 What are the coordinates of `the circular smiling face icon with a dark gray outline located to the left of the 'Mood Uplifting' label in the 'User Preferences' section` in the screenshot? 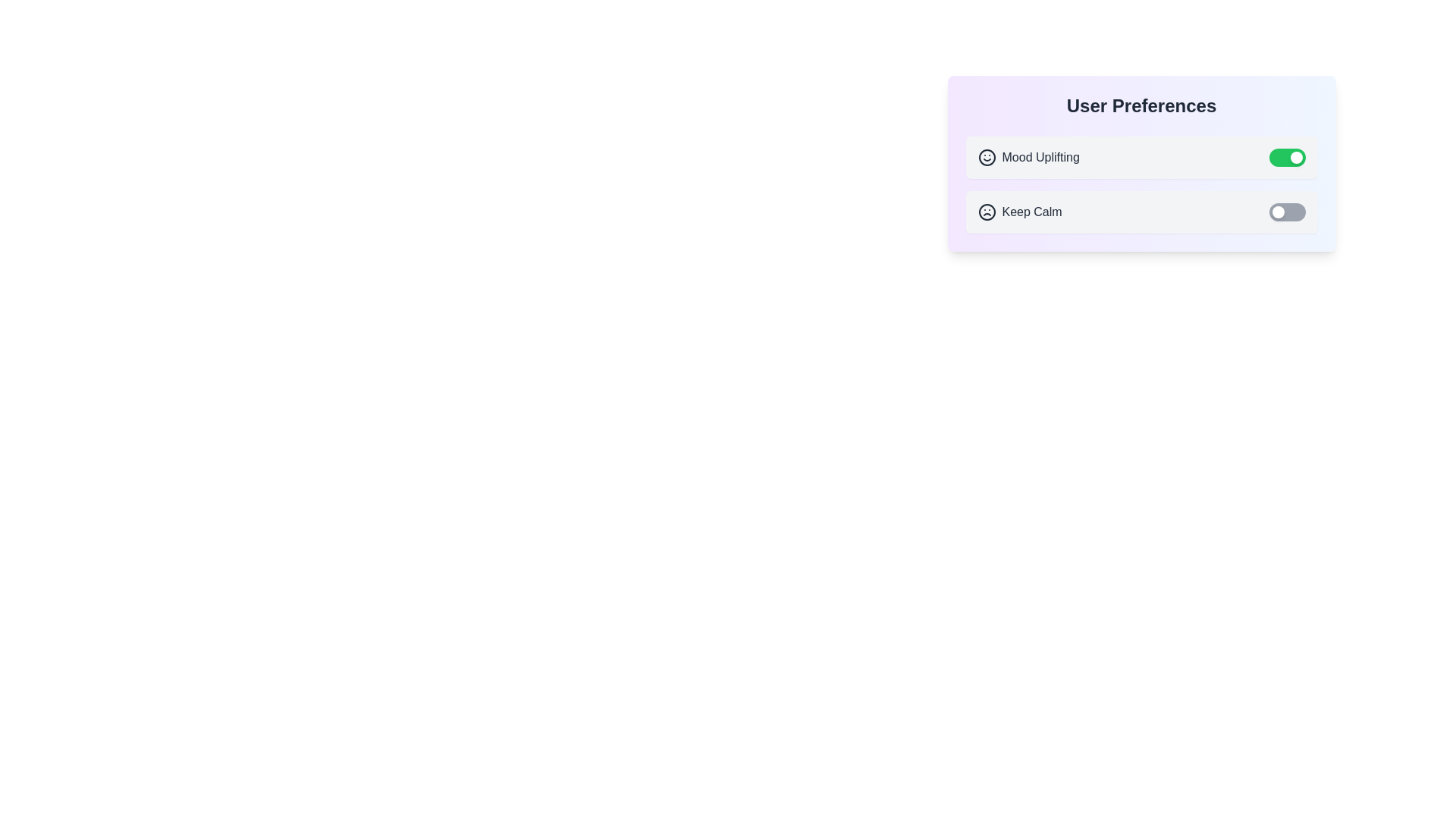 It's located at (987, 158).